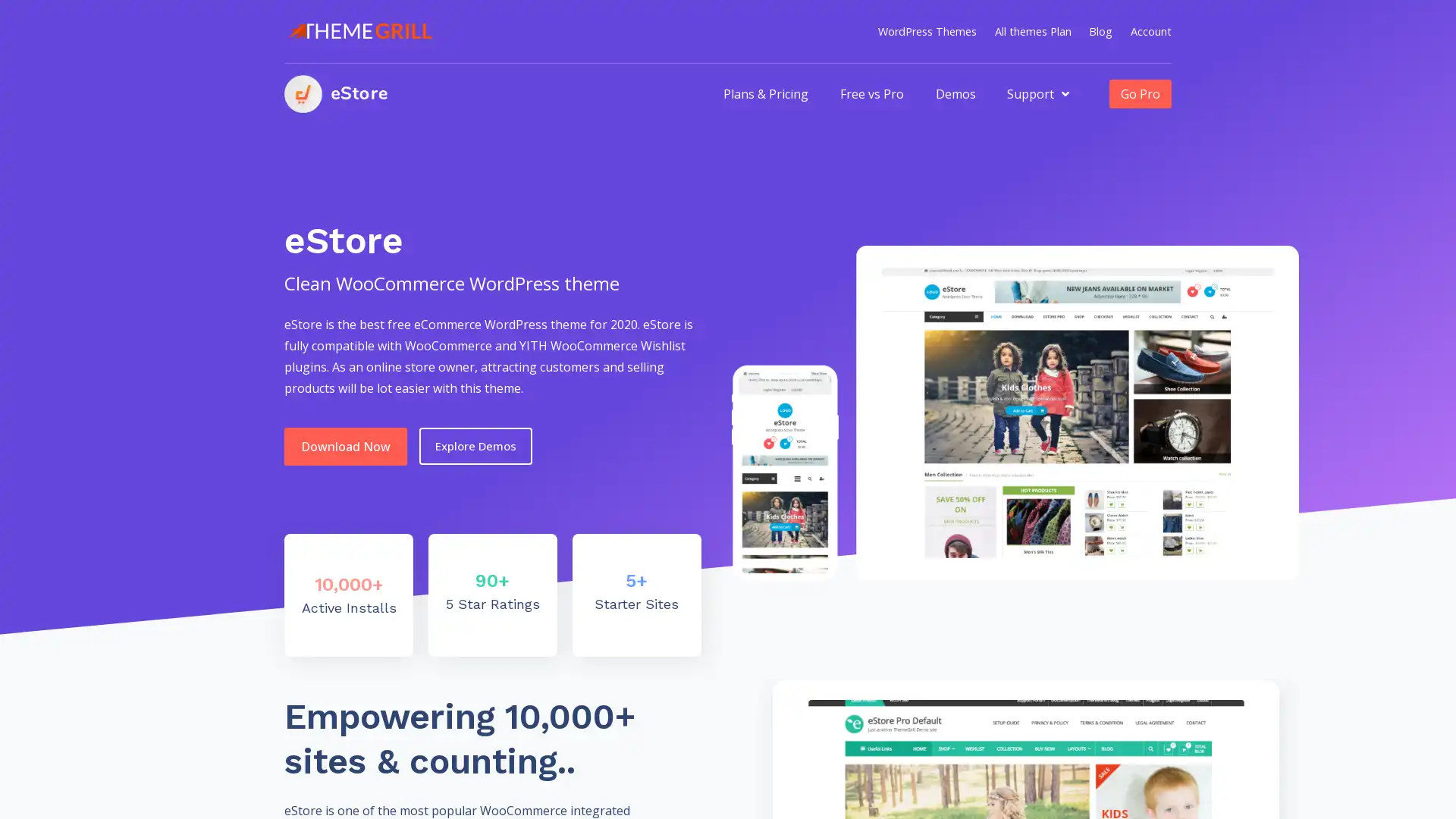 The width and height of the screenshot is (1456, 819). What do you see at coordinates (345, 444) in the screenshot?
I see `Download Now` at bounding box center [345, 444].